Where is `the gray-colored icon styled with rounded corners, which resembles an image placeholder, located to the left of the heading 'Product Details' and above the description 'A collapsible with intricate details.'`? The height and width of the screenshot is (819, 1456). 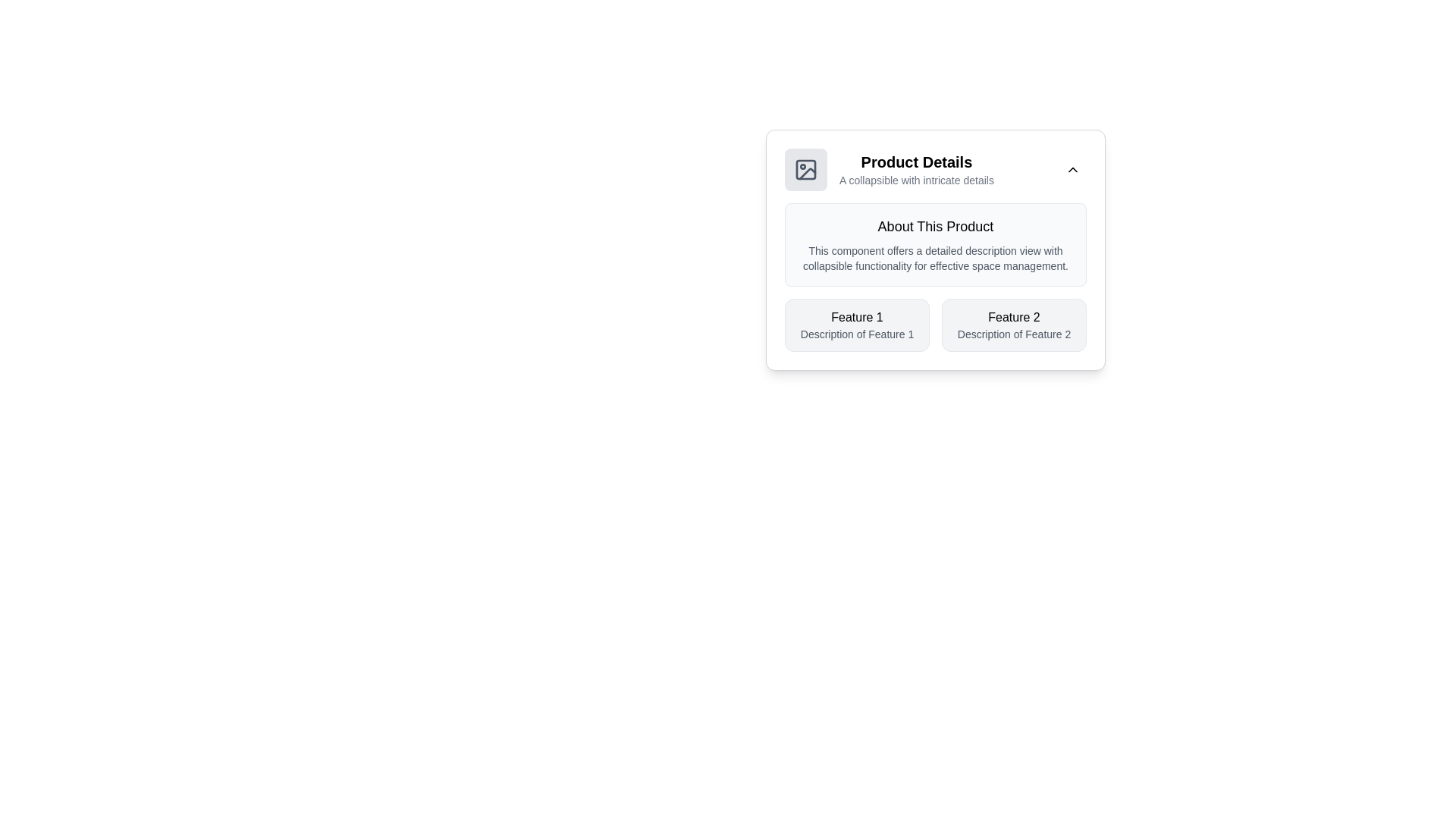
the gray-colored icon styled with rounded corners, which resembles an image placeholder, located to the left of the heading 'Product Details' and above the description 'A collapsible with intricate details.' is located at coordinates (805, 169).